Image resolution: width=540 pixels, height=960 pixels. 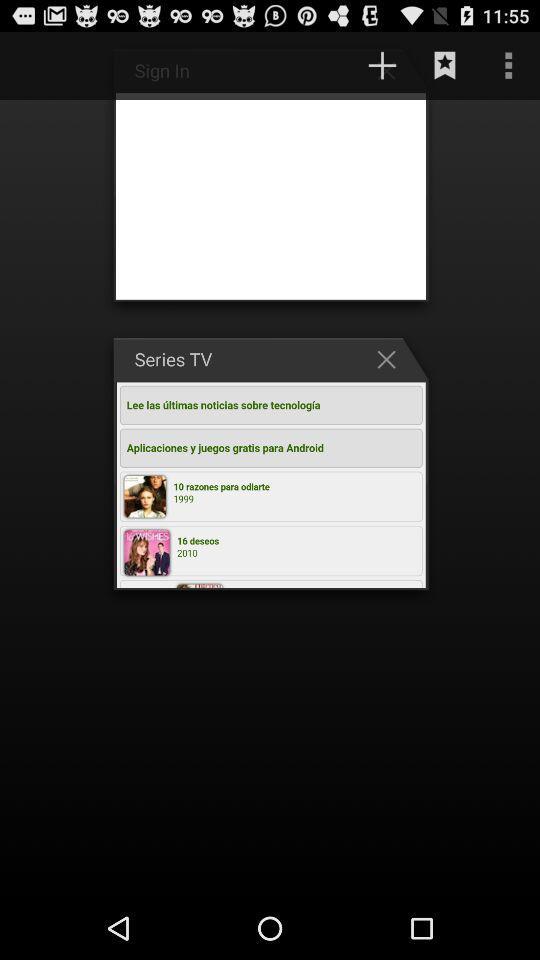 What do you see at coordinates (41, 65) in the screenshot?
I see `item at the top left corner` at bounding box center [41, 65].